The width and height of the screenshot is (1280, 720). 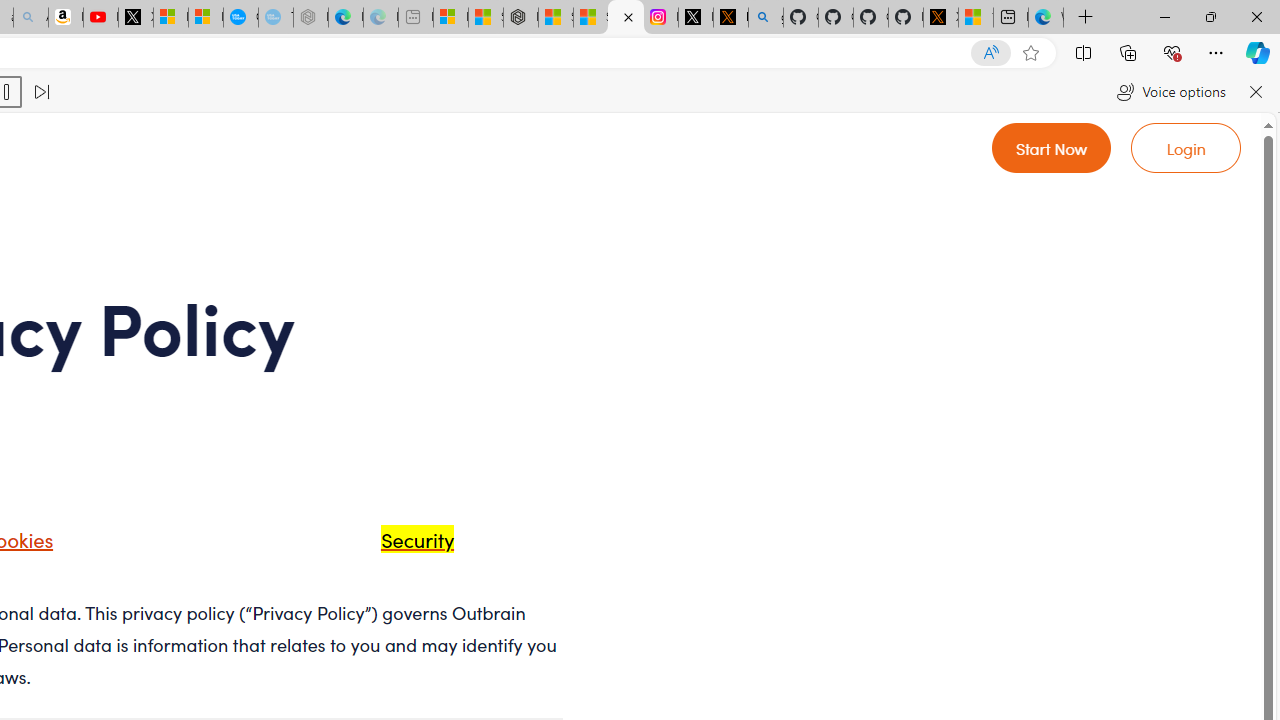 I want to click on 'The most popular Google ', so click(x=274, y=17).